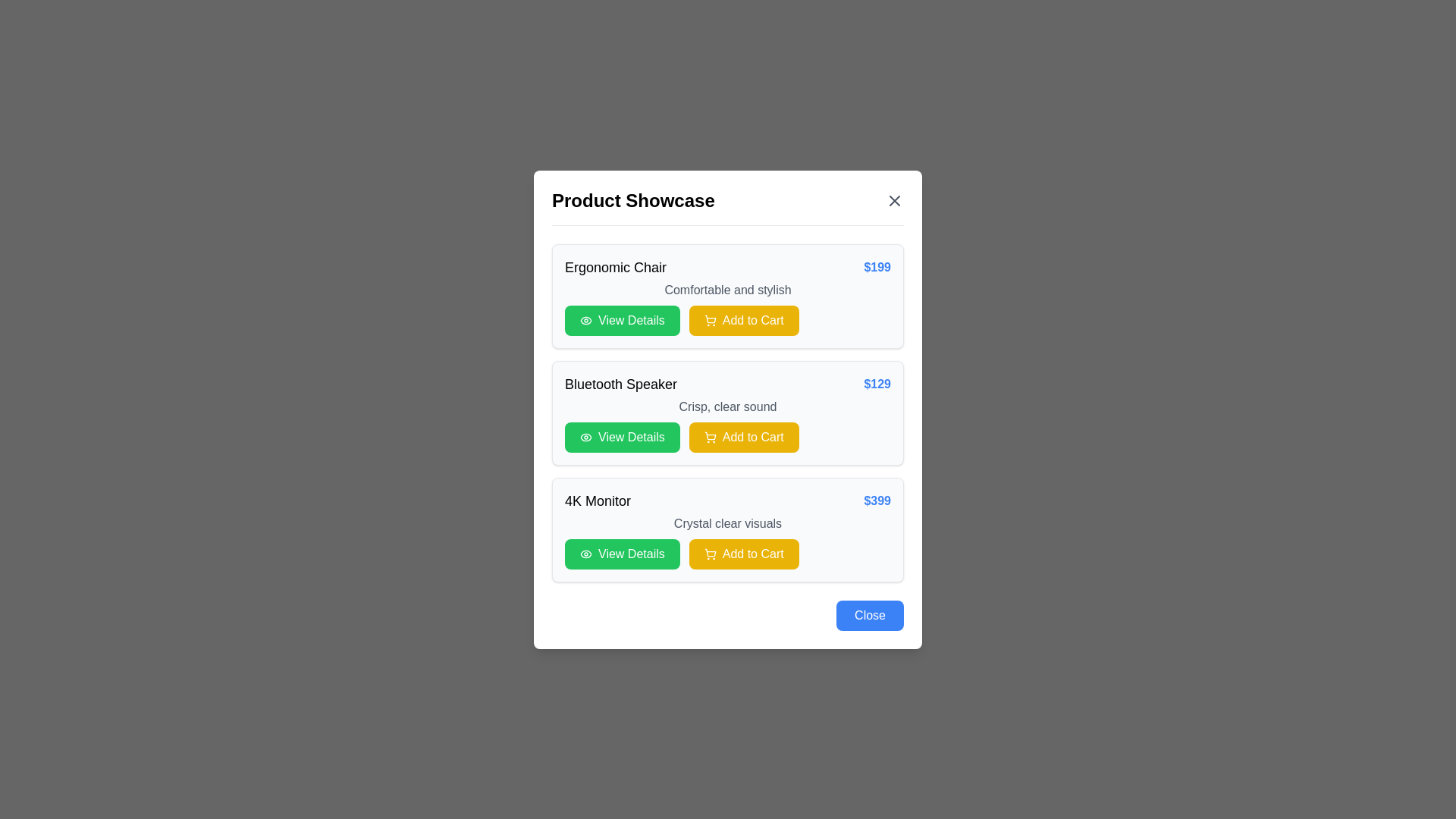 This screenshot has width=1456, height=819. I want to click on the outer part of the eye icon in the 'View Details' button for the '4K Monitor' product entry located in the popup window, so click(585, 554).